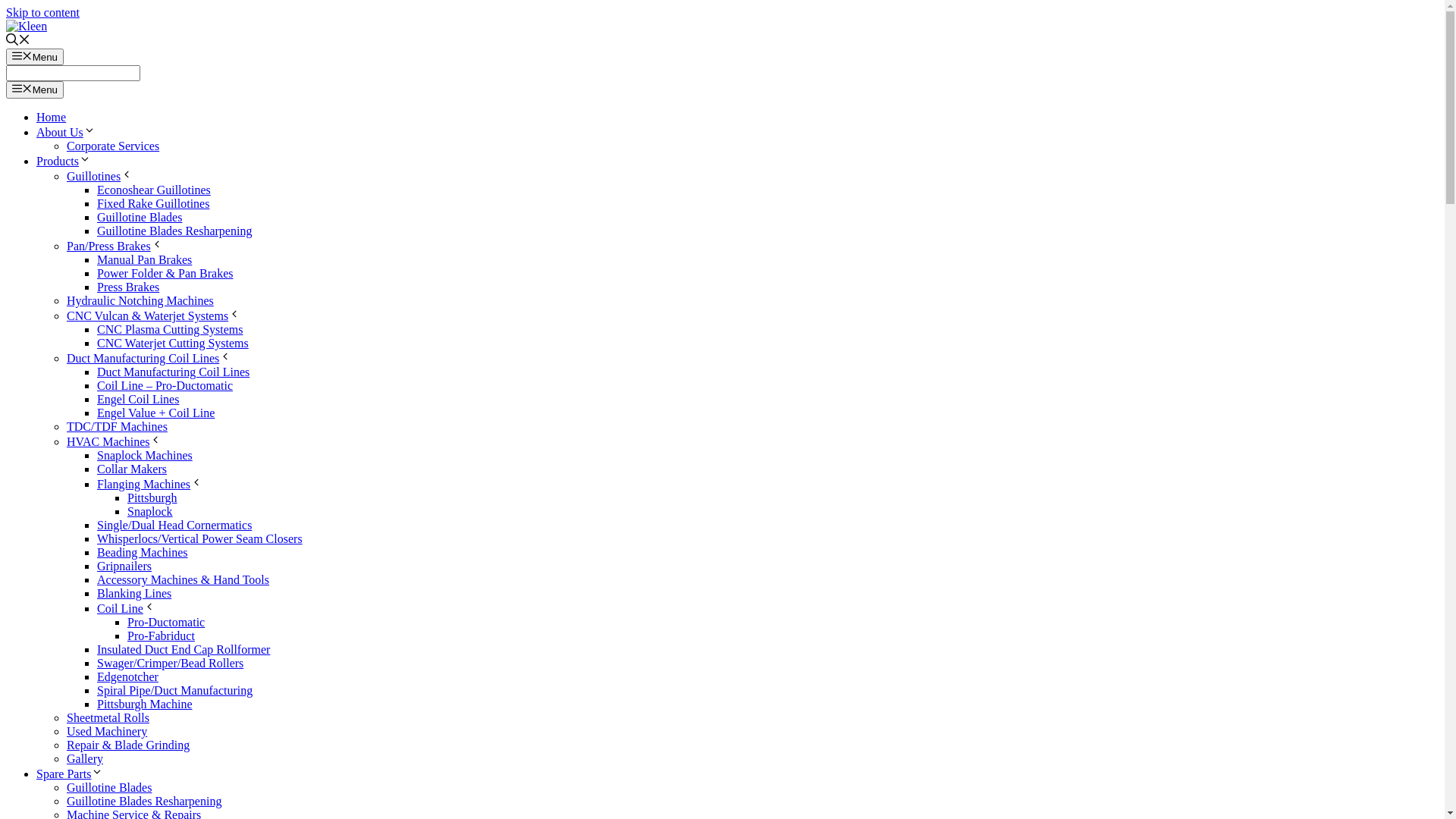 This screenshot has width=1456, height=819. I want to click on 'Menu', so click(35, 55).